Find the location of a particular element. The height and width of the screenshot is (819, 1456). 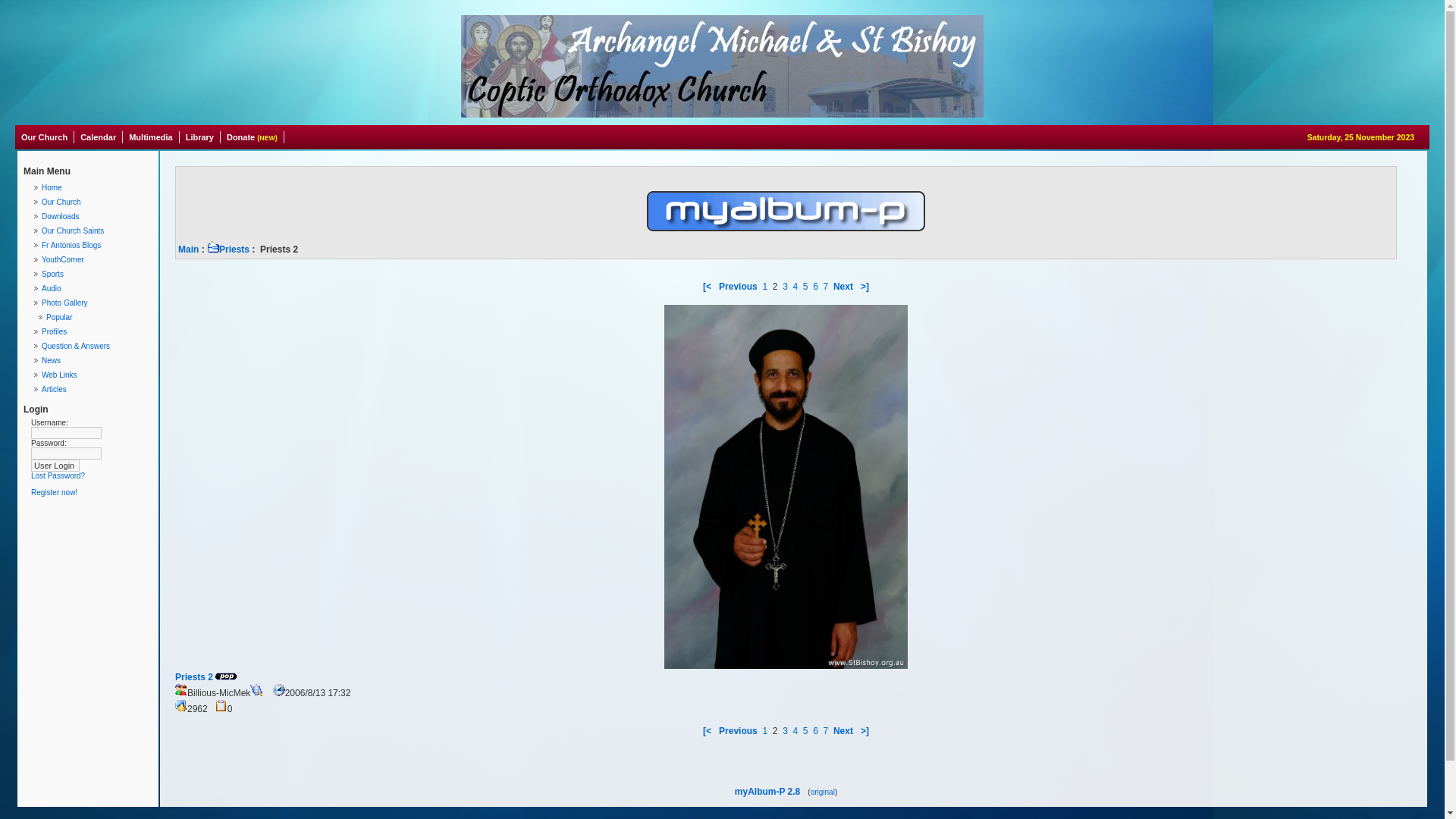

'original' is located at coordinates (821, 791).